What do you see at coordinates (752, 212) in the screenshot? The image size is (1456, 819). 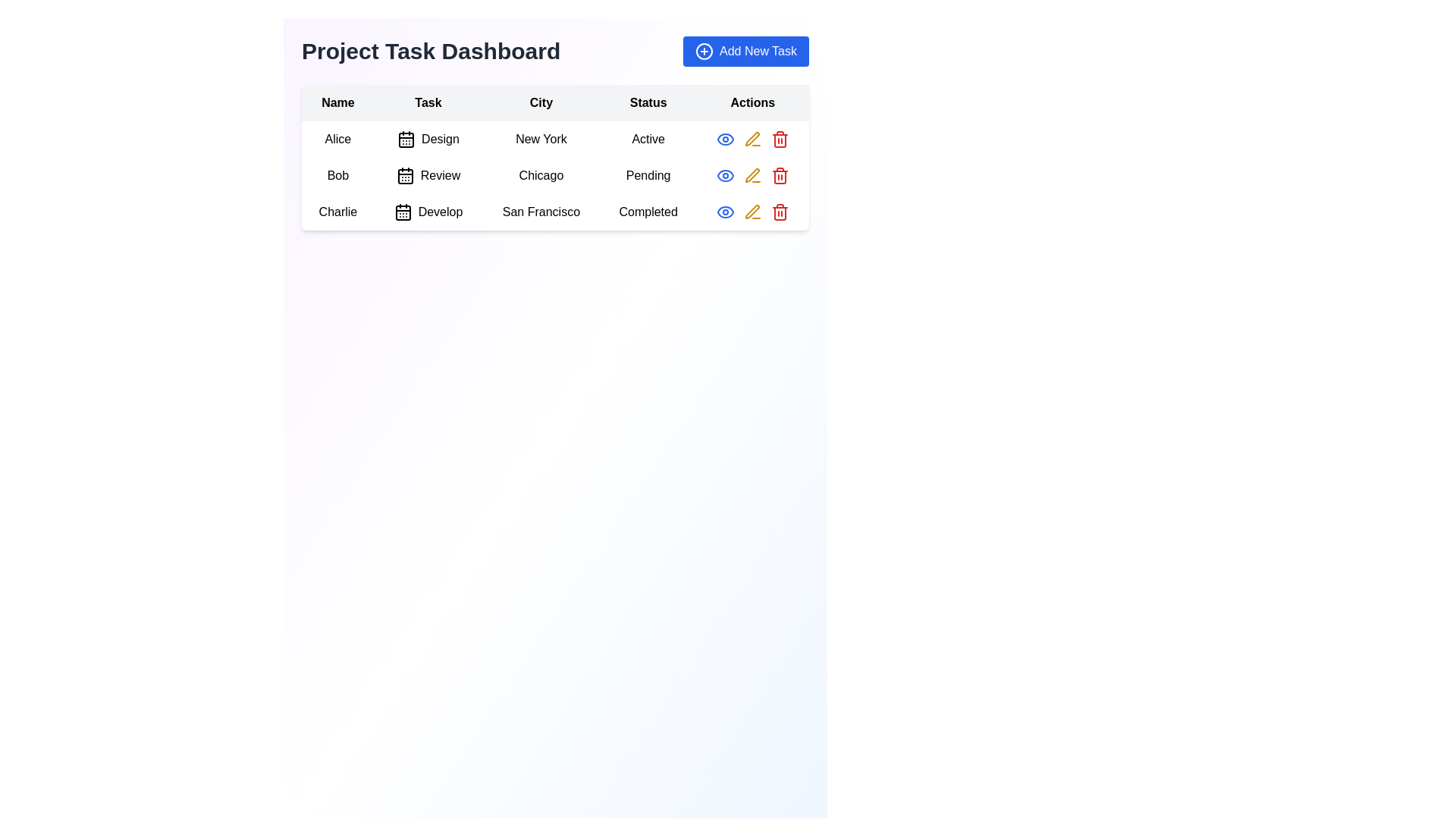 I see `the edit icon button located in the 'Actions' column of the last row for 'Charlie'` at bounding box center [752, 212].